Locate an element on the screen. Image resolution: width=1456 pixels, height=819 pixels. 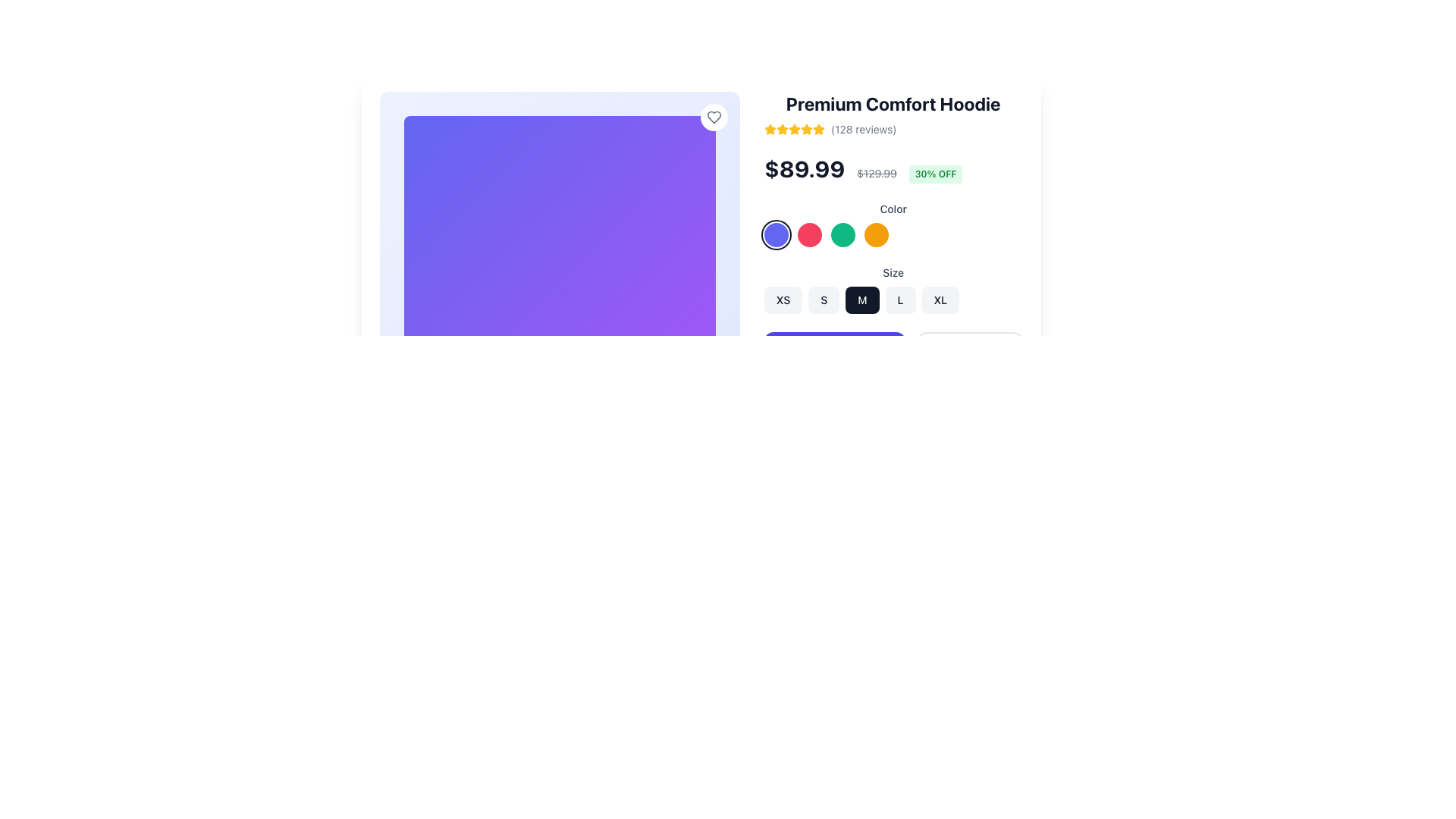
the fifth yellow star icon in the rating system, located in the upper-right section of the interface is located at coordinates (793, 128).